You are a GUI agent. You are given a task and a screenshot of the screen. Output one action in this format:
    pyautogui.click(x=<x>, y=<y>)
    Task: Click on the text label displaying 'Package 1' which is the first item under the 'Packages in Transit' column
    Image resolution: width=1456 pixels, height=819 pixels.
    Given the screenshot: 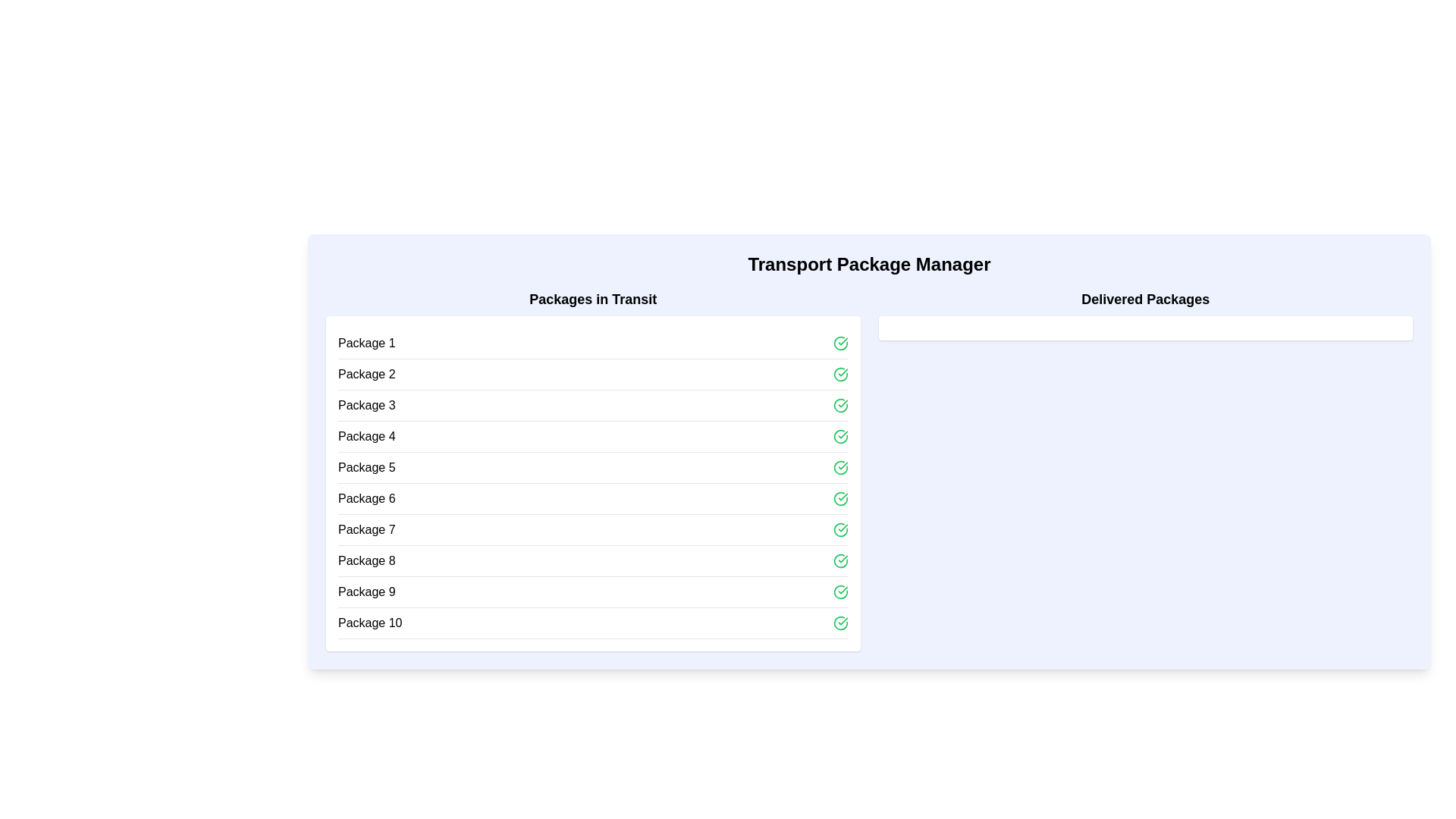 What is the action you would take?
    pyautogui.click(x=366, y=343)
    